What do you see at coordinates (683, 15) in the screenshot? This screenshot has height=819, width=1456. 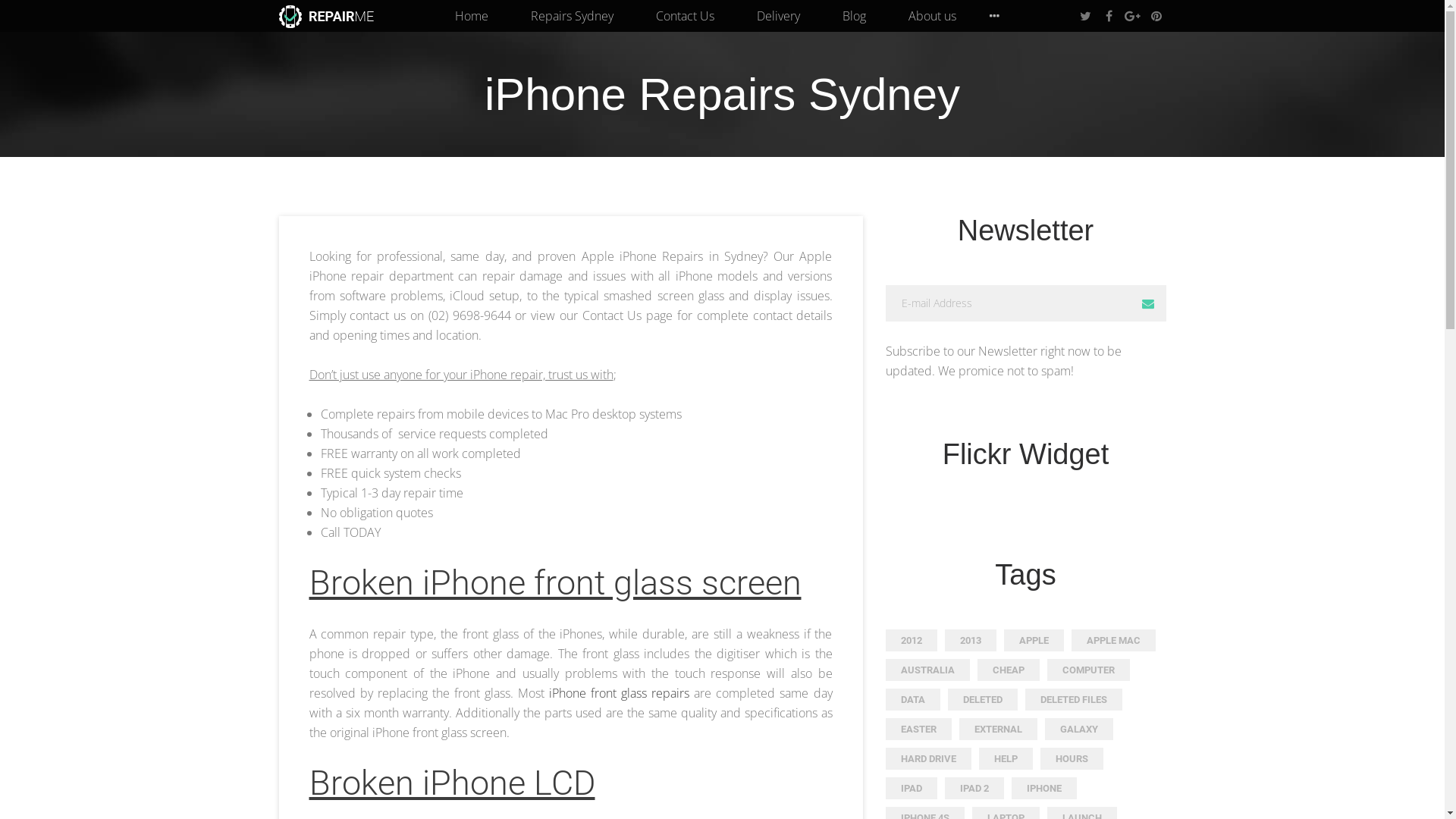 I see `'Contact Us'` at bounding box center [683, 15].